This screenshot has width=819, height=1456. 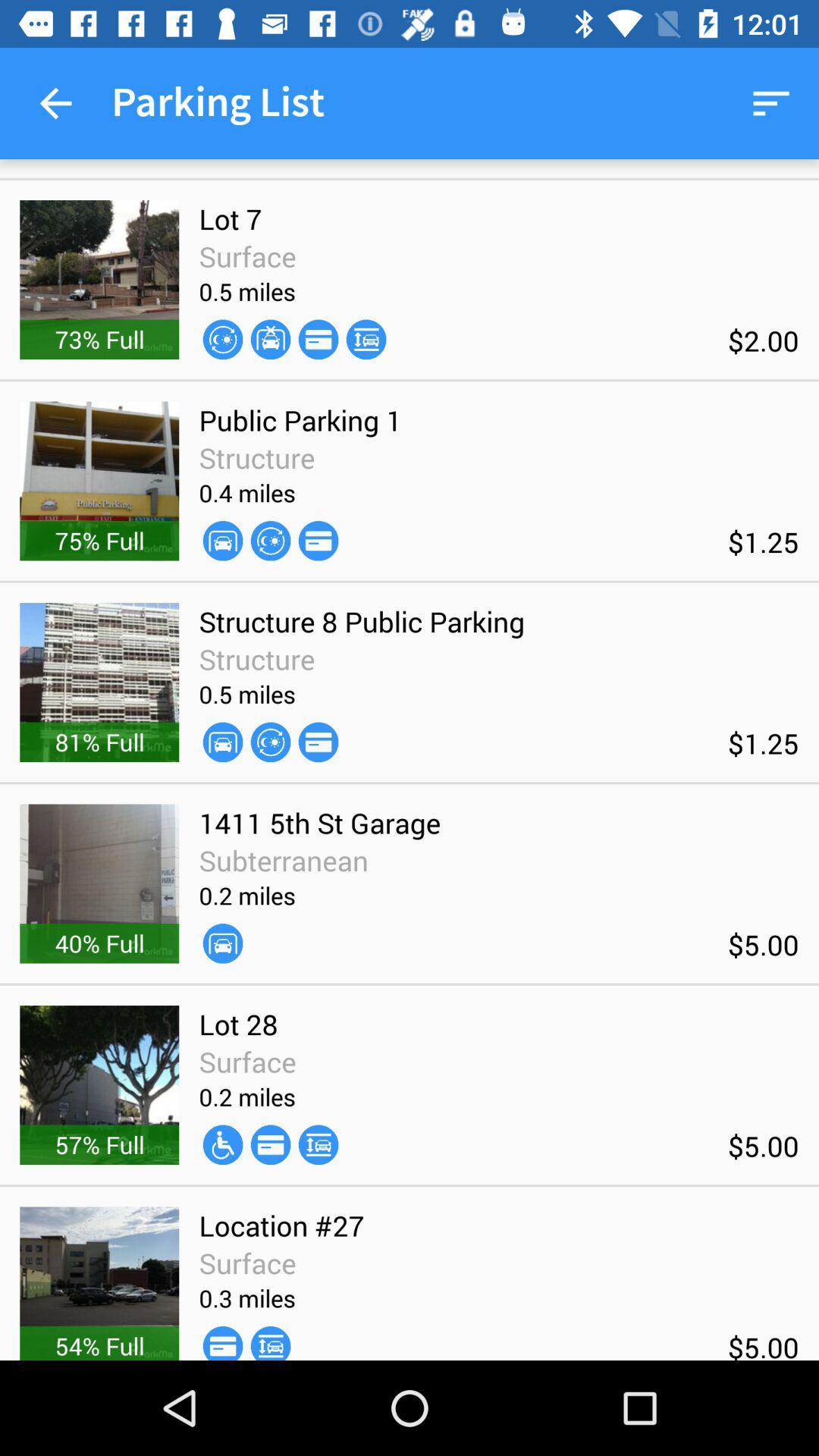 I want to click on the item below the 0.3 miles, so click(x=270, y=1343).